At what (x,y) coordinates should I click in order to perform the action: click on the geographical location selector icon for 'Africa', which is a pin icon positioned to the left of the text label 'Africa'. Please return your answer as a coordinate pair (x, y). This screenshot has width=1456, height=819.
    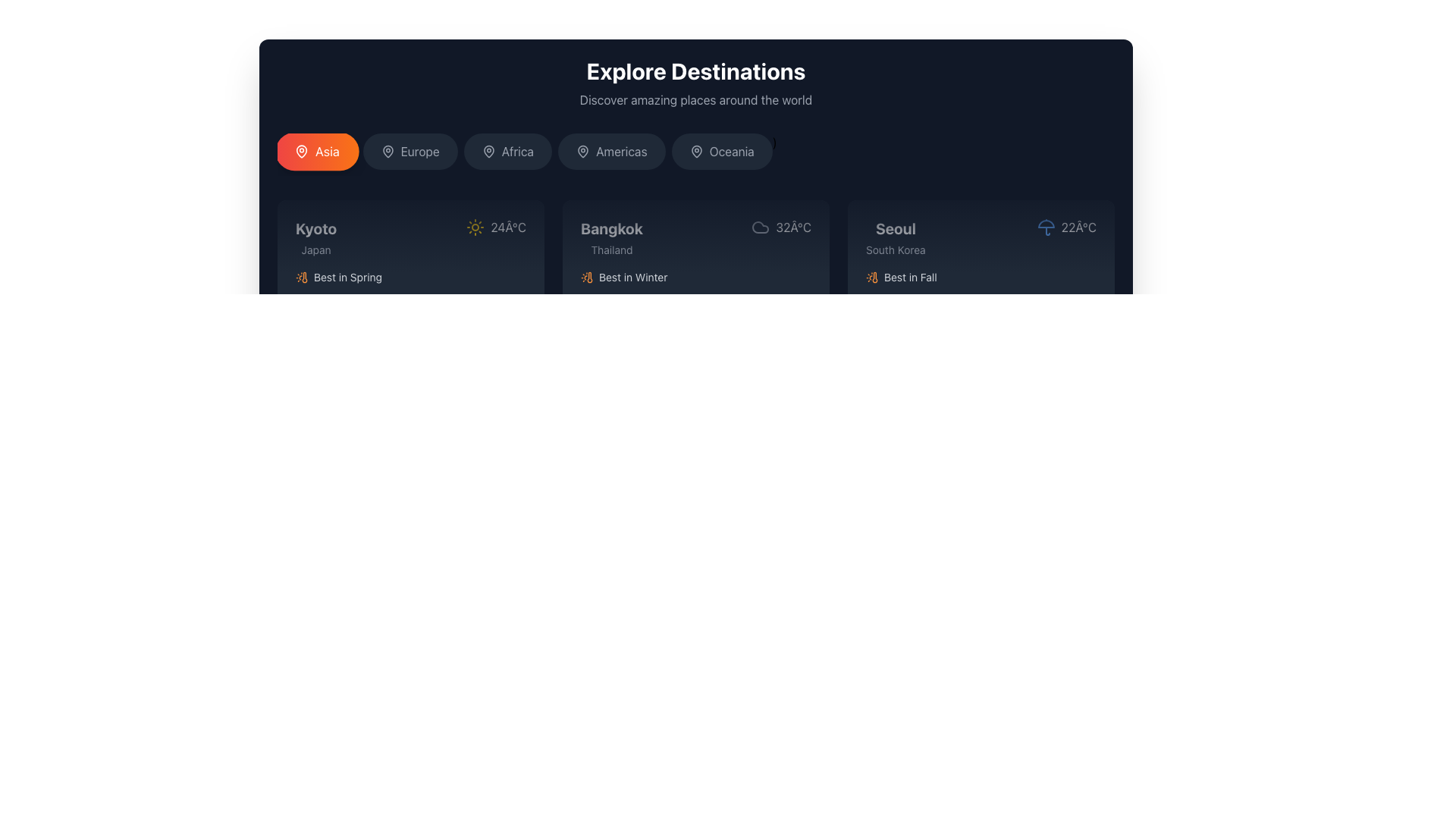
    Looking at the image, I should click on (488, 152).